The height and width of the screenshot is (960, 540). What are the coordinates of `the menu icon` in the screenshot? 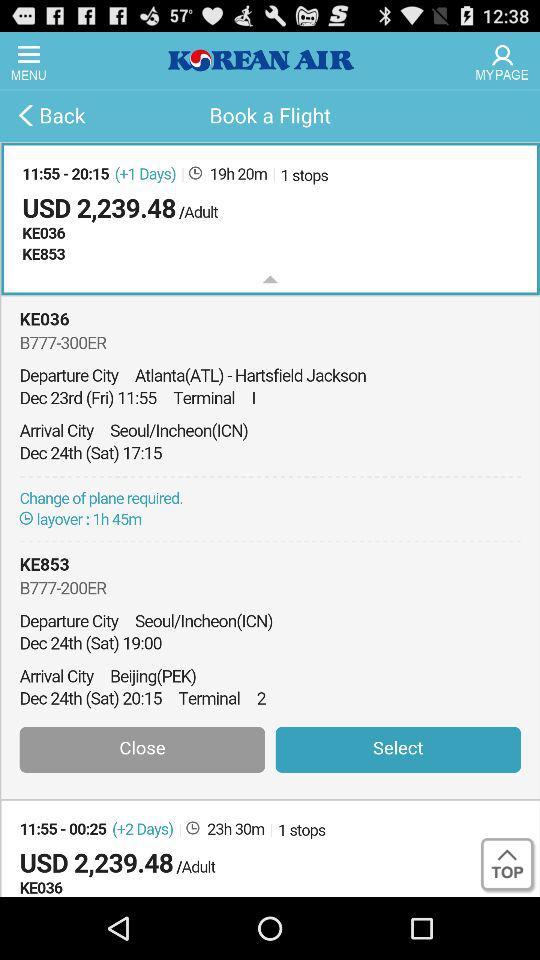 It's located at (27, 64).